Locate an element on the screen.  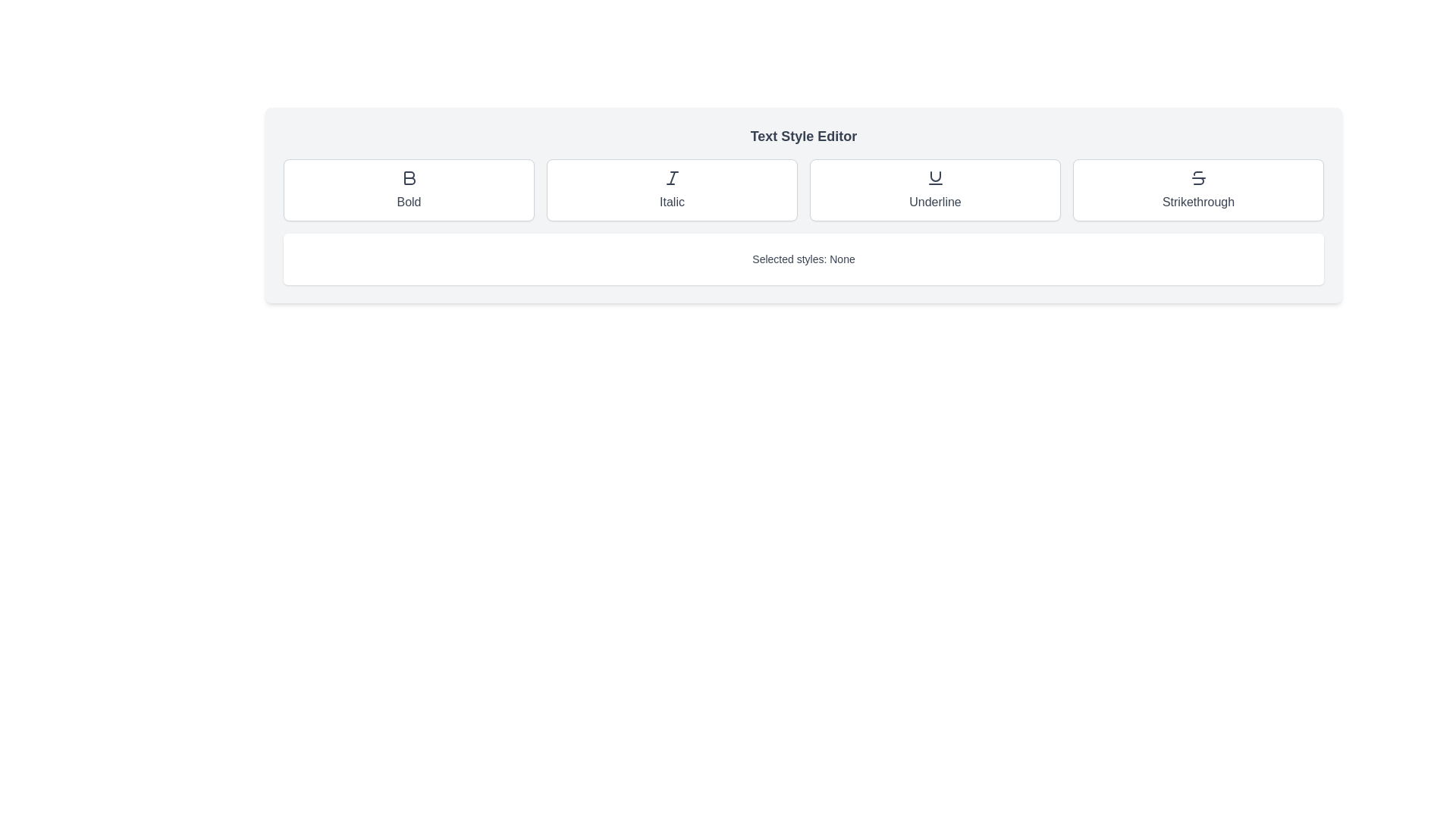
the descriptive label indicating that clicking the button will apply or remove underline styling to text, located beneath the 'U' icon in the 'Underline' button is located at coordinates (934, 201).